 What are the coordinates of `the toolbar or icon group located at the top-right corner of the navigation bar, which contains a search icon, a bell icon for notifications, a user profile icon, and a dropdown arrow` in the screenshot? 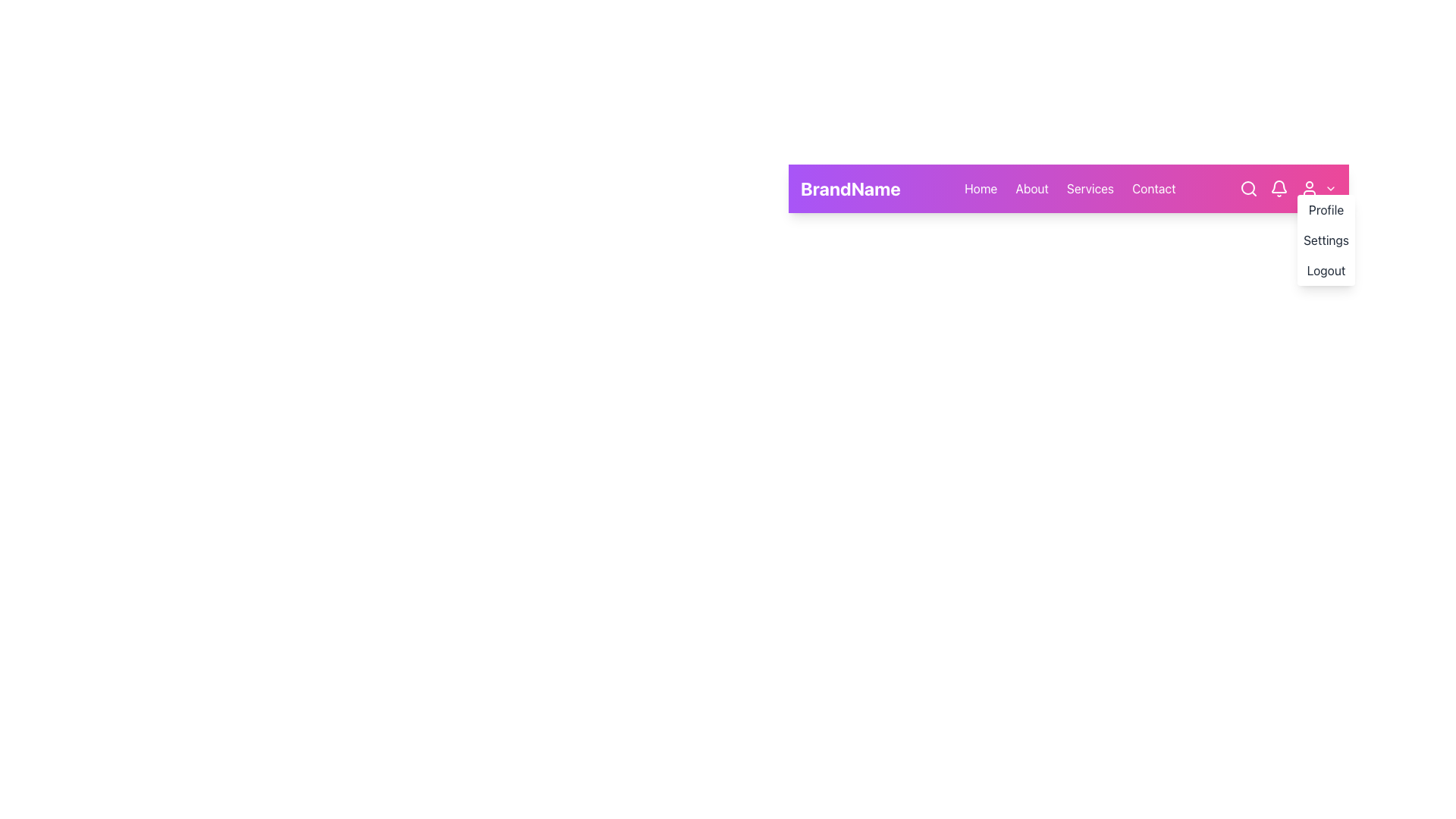 It's located at (1288, 188).